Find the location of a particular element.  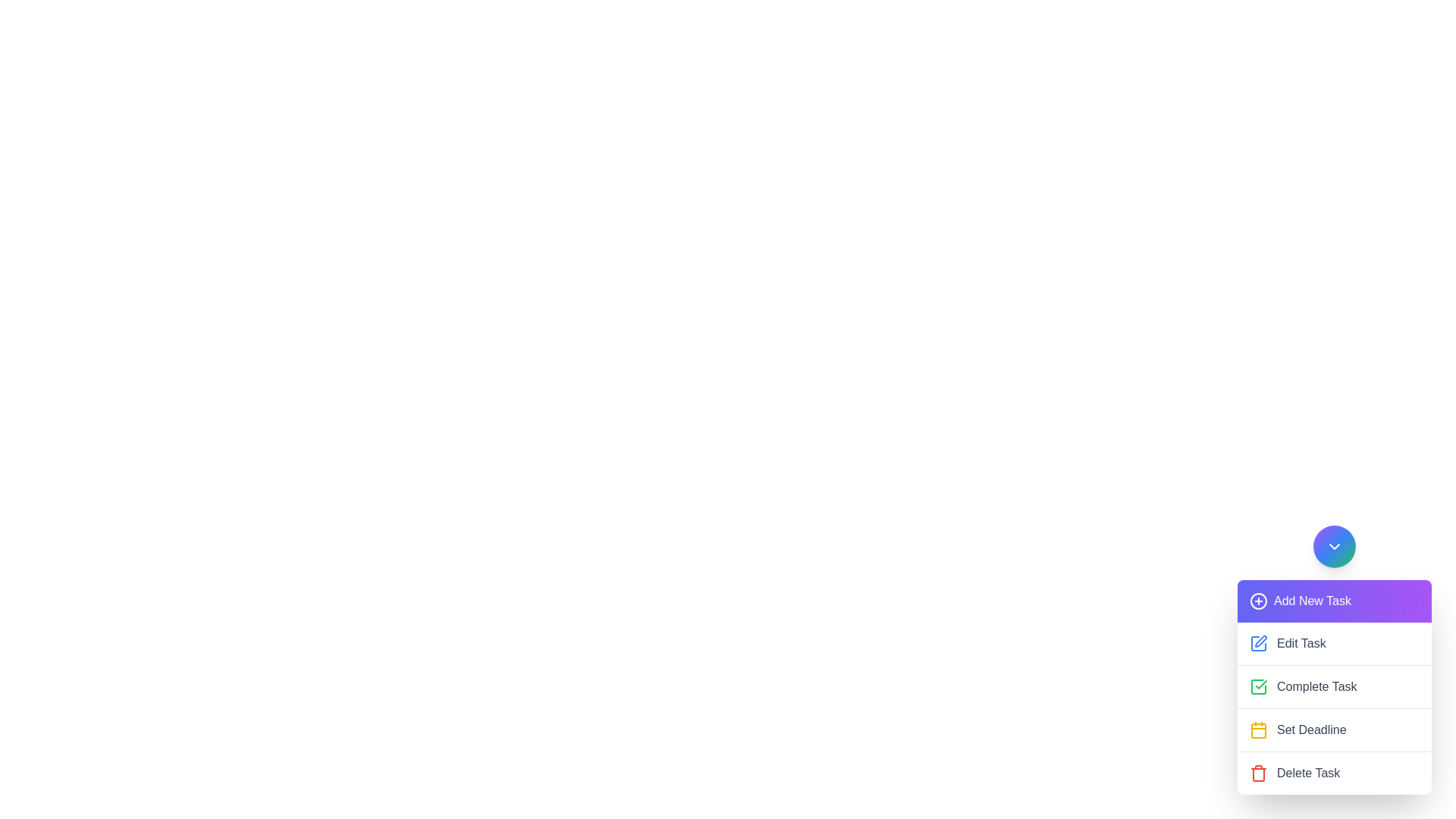

the interactive menu item for setting a deadline for a task is located at coordinates (1335, 728).